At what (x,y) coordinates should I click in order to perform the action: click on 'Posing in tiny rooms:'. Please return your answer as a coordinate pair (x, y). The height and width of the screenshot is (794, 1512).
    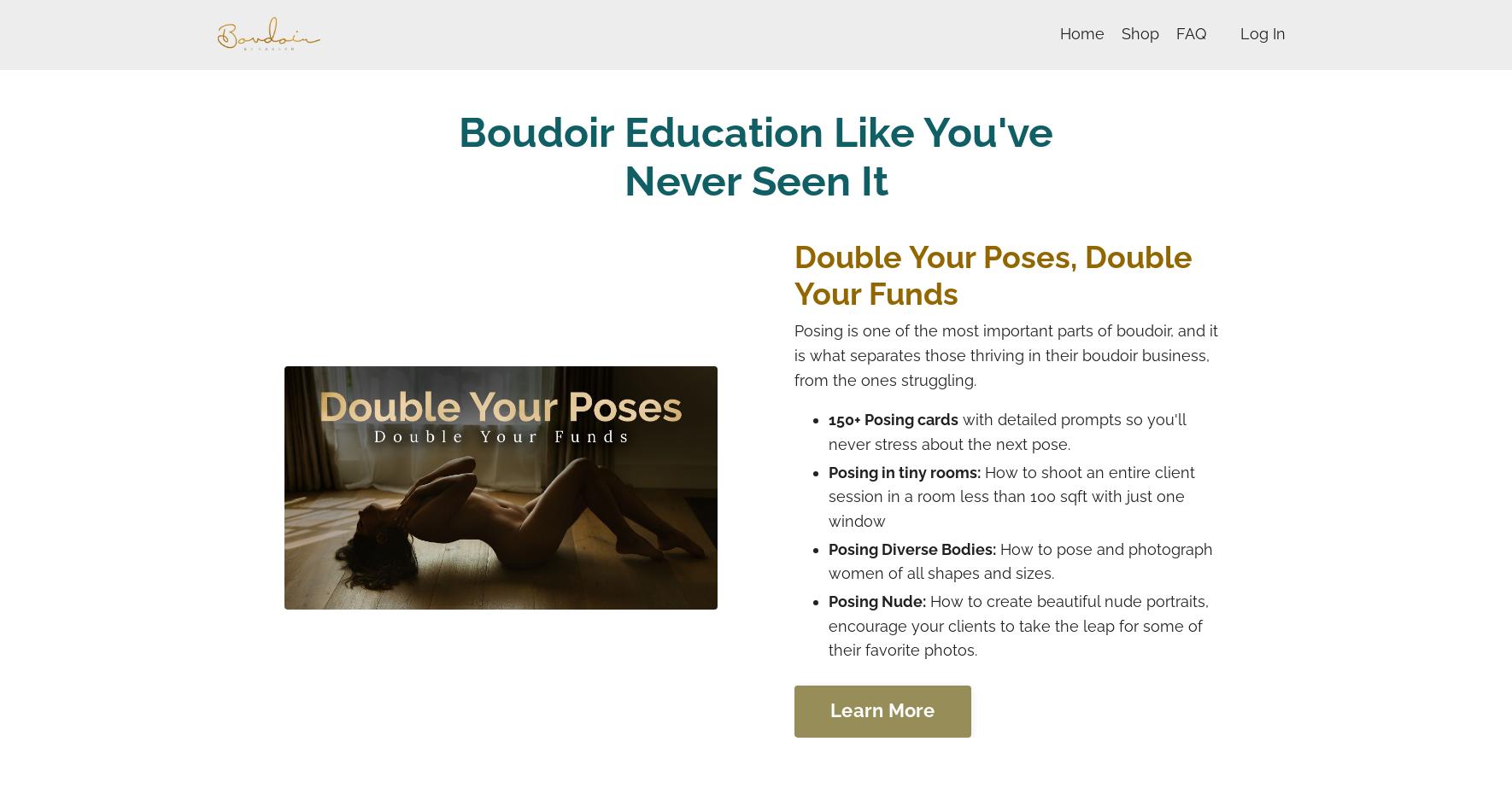
    Looking at the image, I should click on (904, 471).